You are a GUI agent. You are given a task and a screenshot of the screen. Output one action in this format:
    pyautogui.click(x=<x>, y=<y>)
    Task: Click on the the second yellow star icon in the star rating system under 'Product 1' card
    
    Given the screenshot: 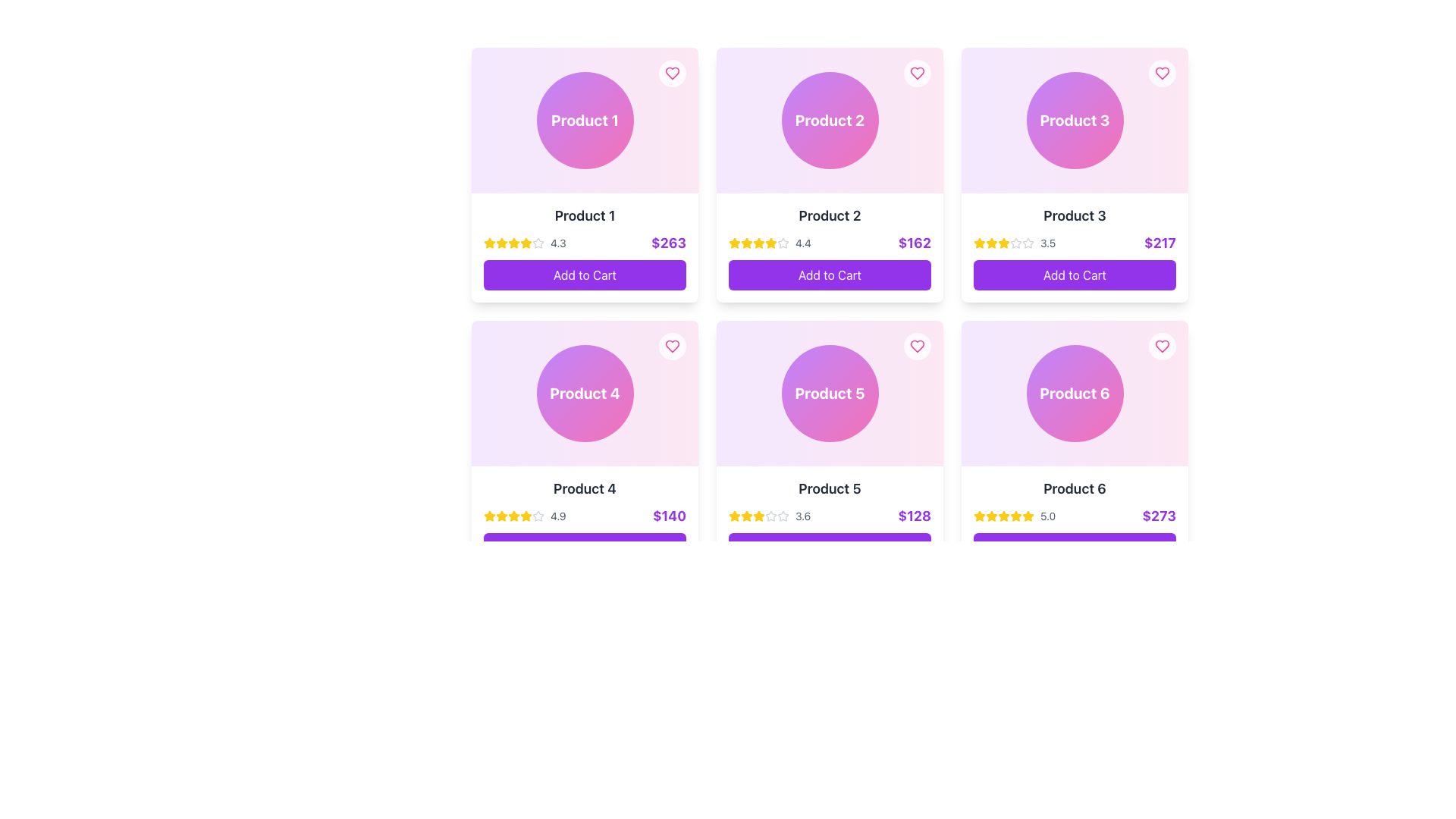 What is the action you would take?
    pyautogui.click(x=502, y=242)
    